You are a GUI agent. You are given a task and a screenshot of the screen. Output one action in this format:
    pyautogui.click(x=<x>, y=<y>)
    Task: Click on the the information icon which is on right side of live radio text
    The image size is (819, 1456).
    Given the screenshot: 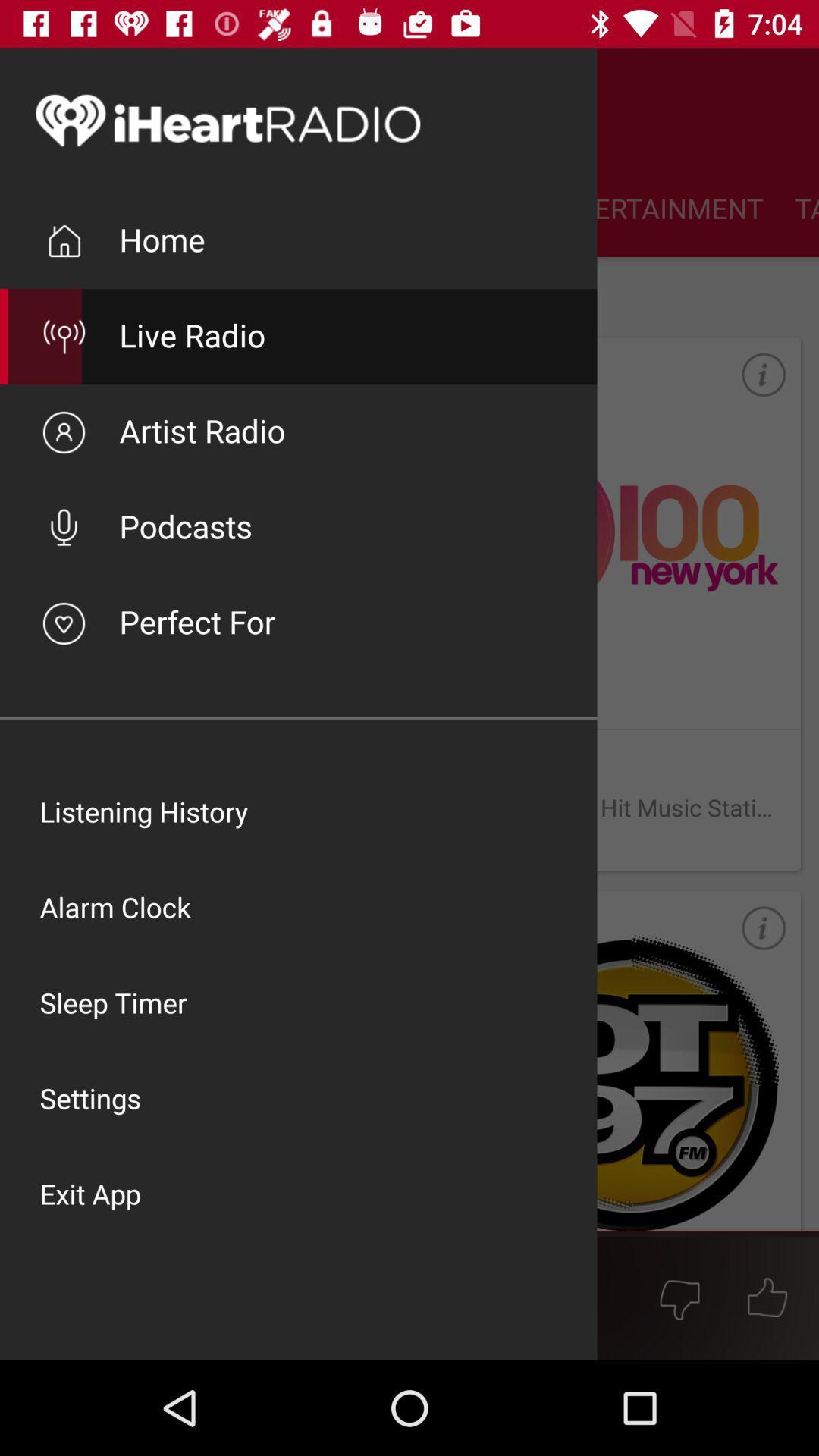 What is the action you would take?
    pyautogui.click(x=748, y=389)
    